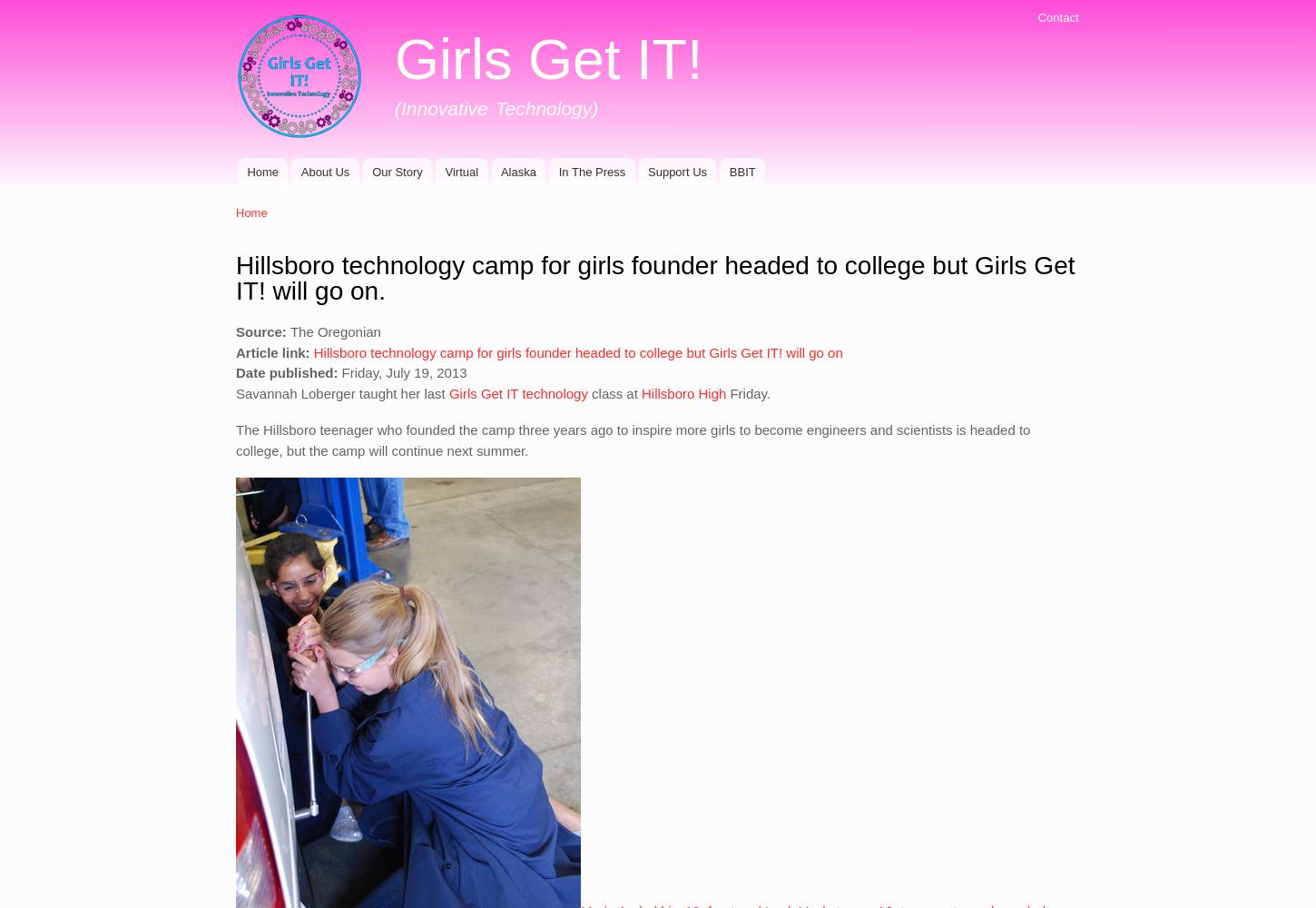 This screenshot has height=908, width=1316. Describe the element at coordinates (635, 392) in the screenshot. I see `'Hillsboro High'` at that location.